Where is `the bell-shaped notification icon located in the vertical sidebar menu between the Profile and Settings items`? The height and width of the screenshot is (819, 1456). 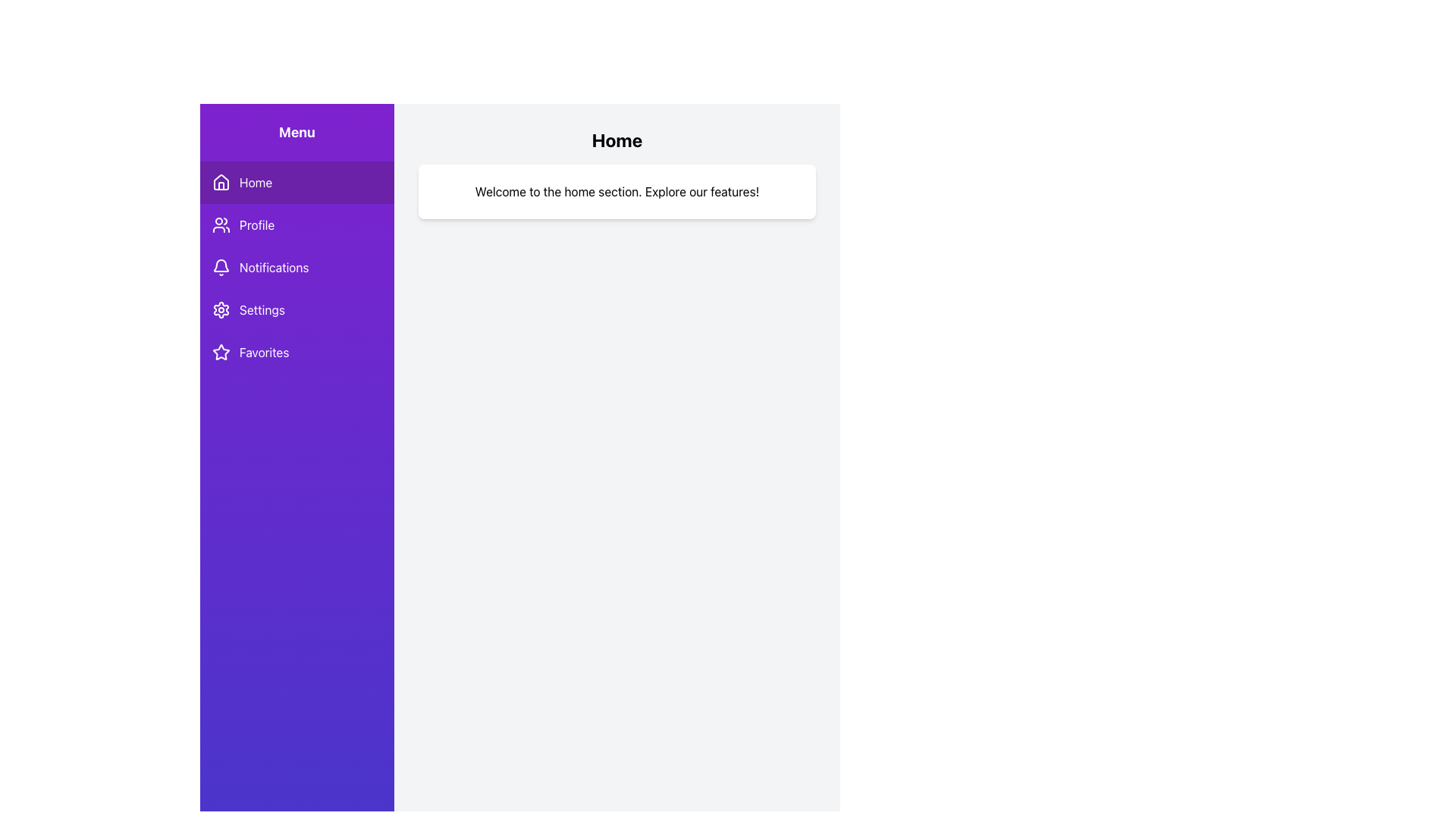
the bell-shaped notification icon located in the vertical sidebar menu between the Profile and Settings items is located at coordinates (221, 267).